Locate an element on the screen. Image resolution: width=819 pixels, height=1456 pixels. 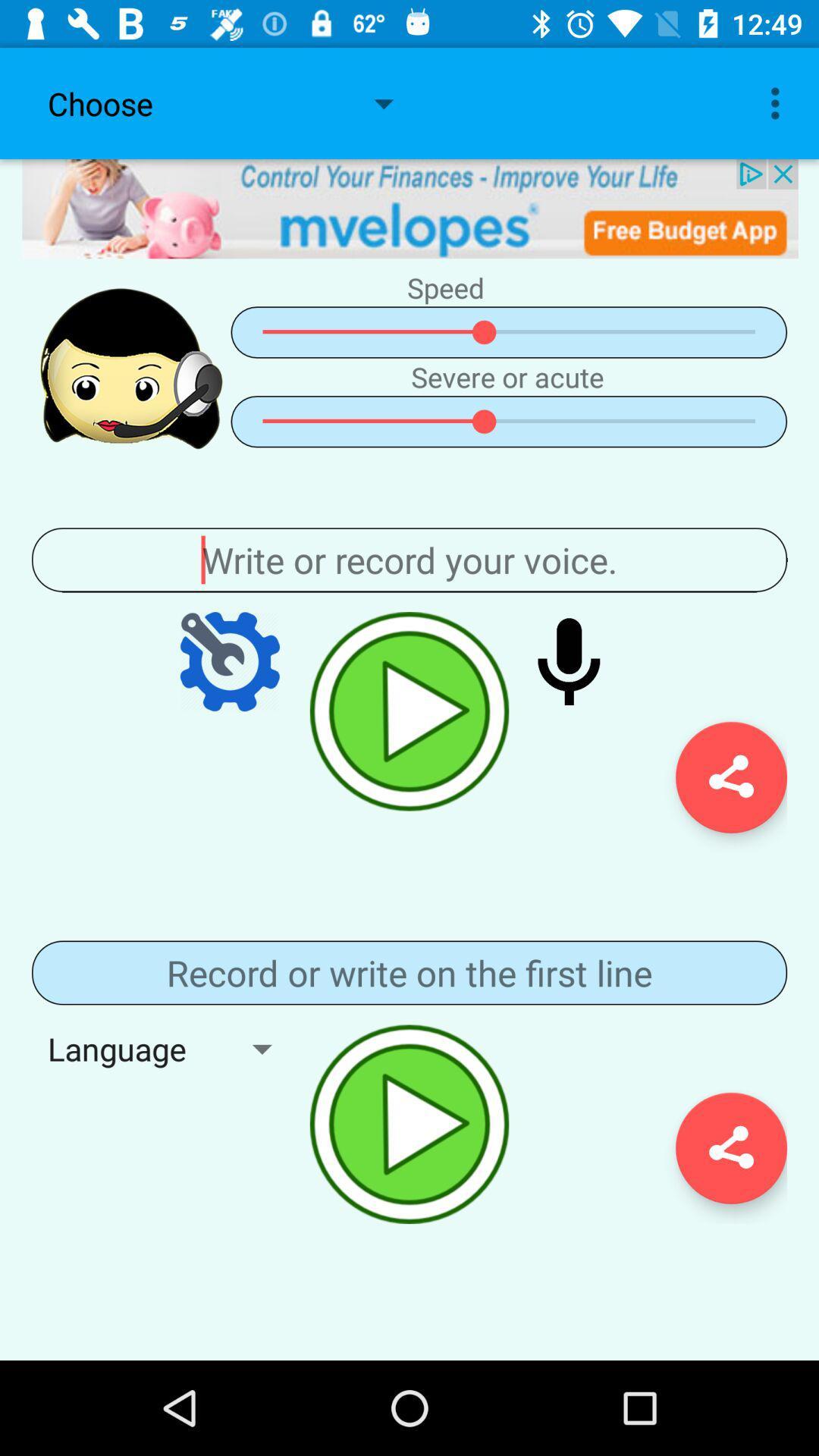
the share icon is located at coordinates (730, 1148).